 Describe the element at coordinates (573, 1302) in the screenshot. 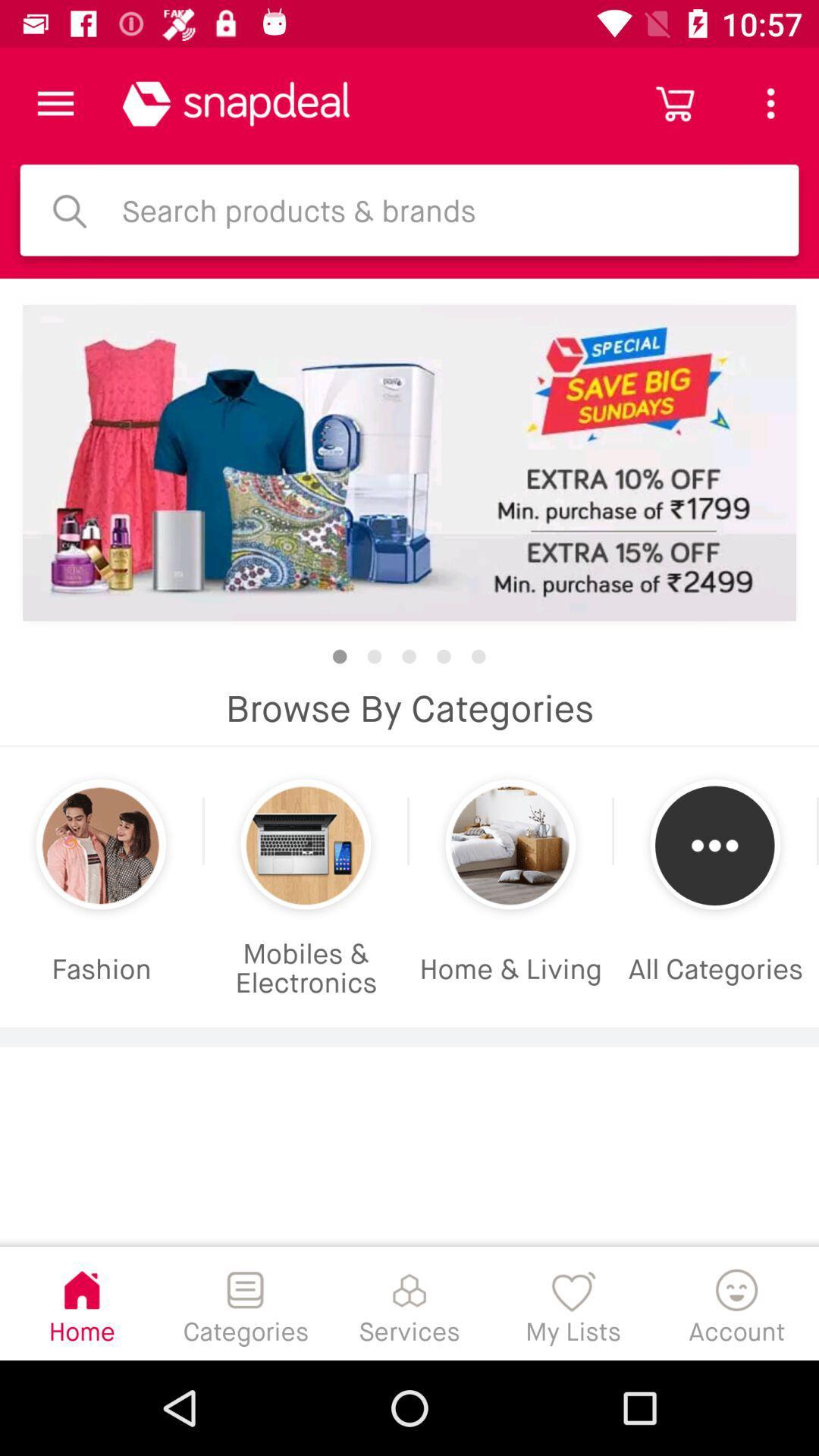

I see `the my lists icon` at that location.